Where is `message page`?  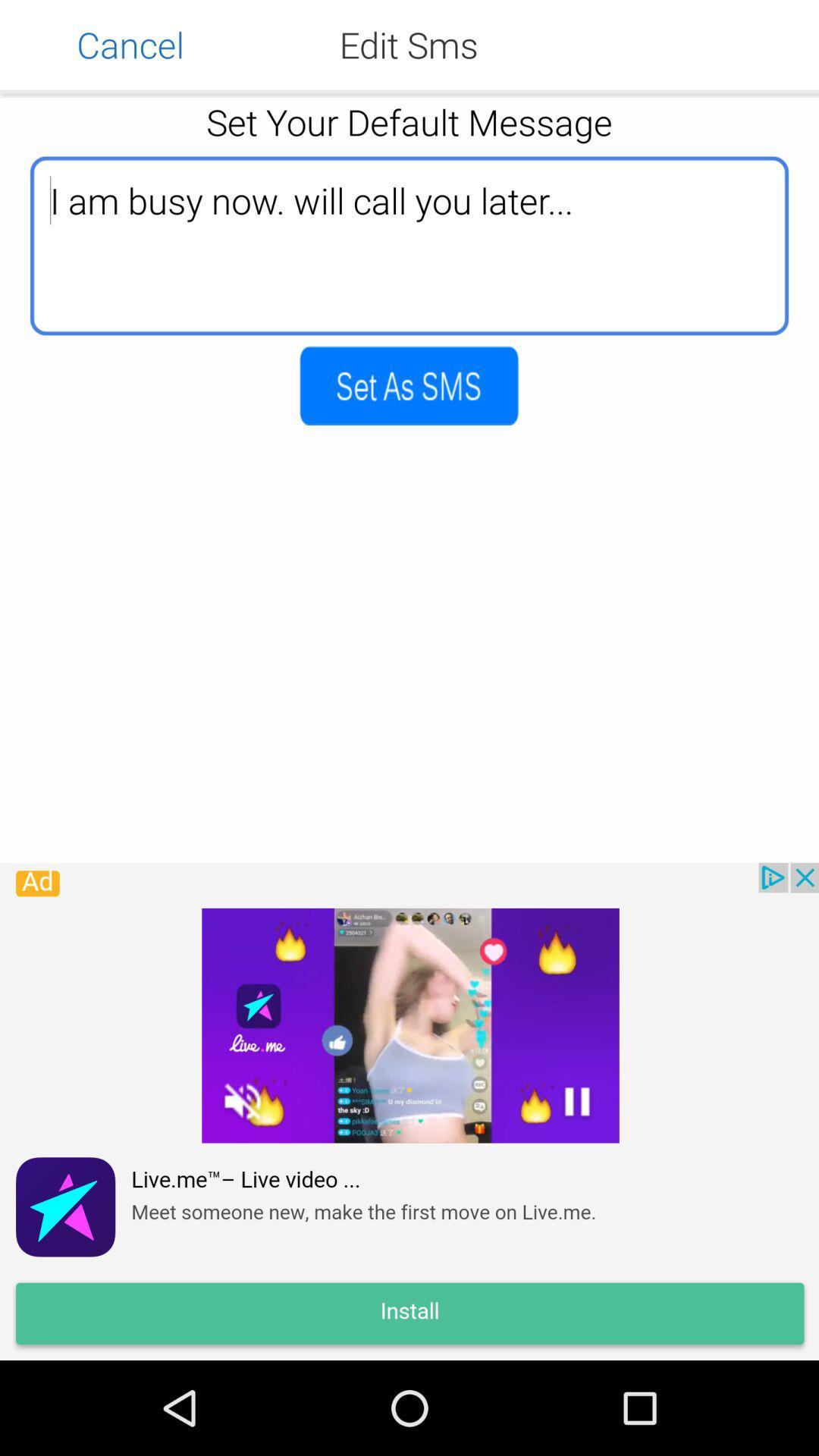
message page is located at coordinates (408, 385).